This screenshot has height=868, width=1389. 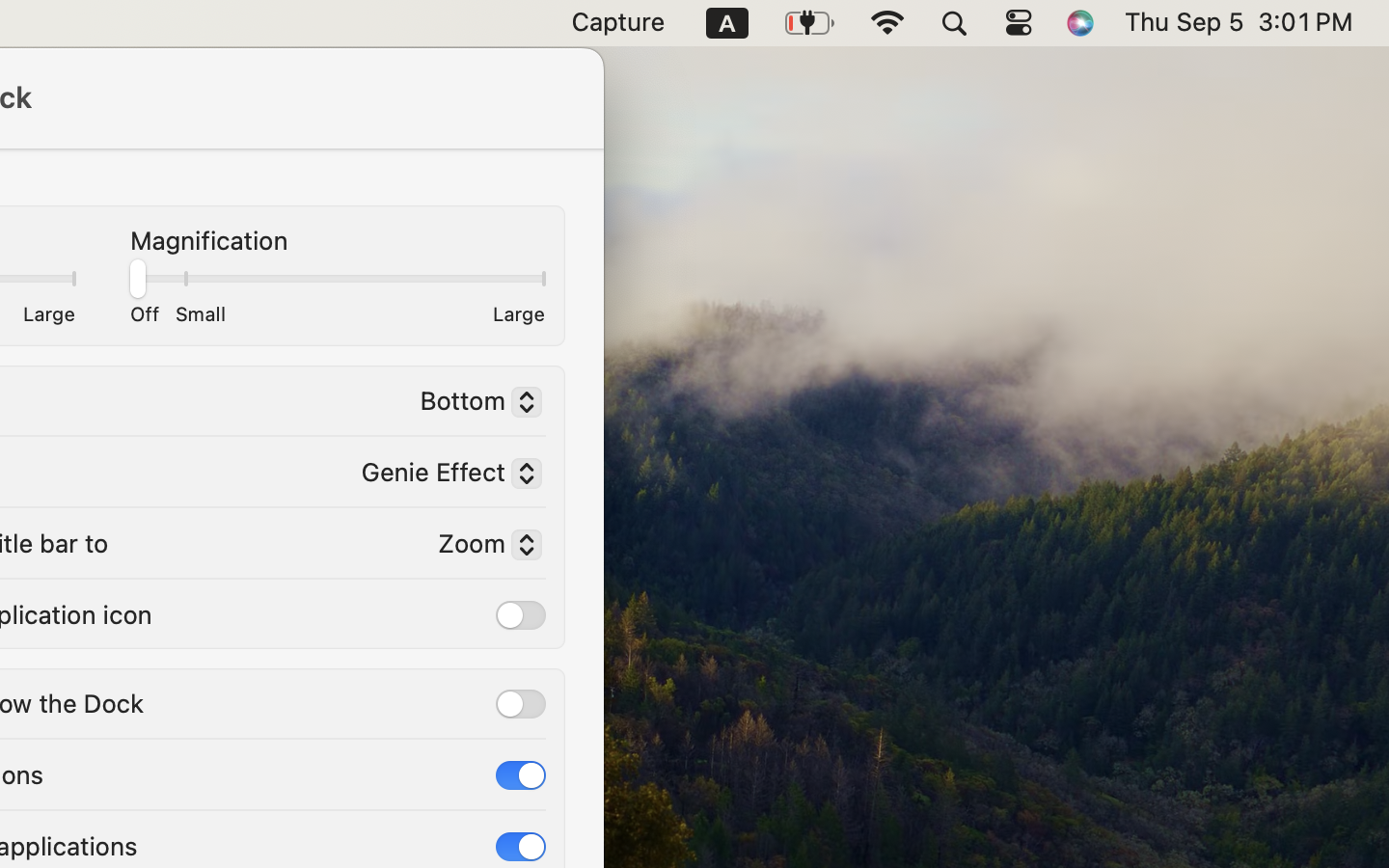 What do you see at coordinates (472, 404) in the screenshot?
I see `'Bottom'` at bounding box center [472, 404].